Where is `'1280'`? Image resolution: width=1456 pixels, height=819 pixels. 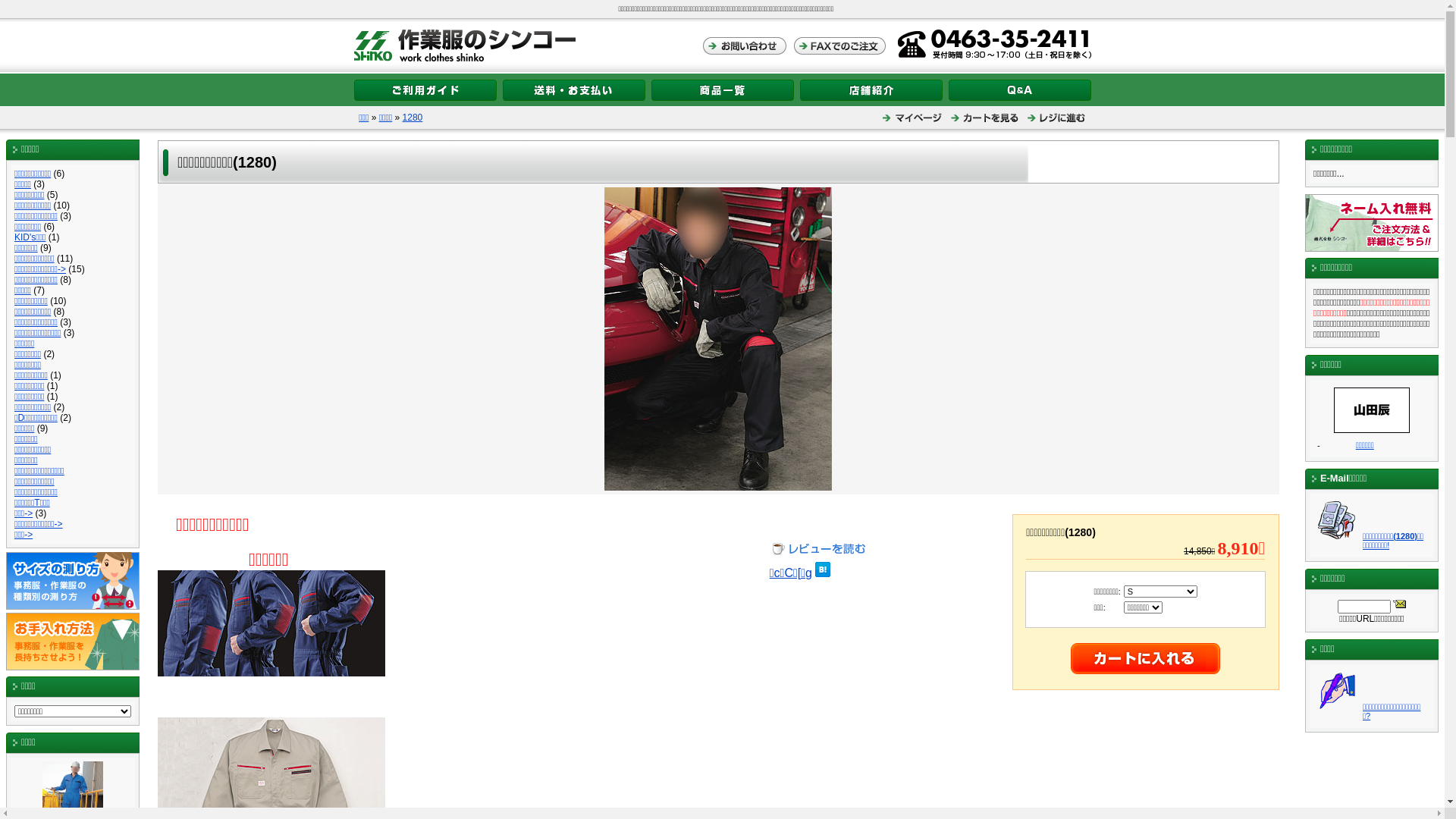
'1280' is located at coordinates (413, 116).